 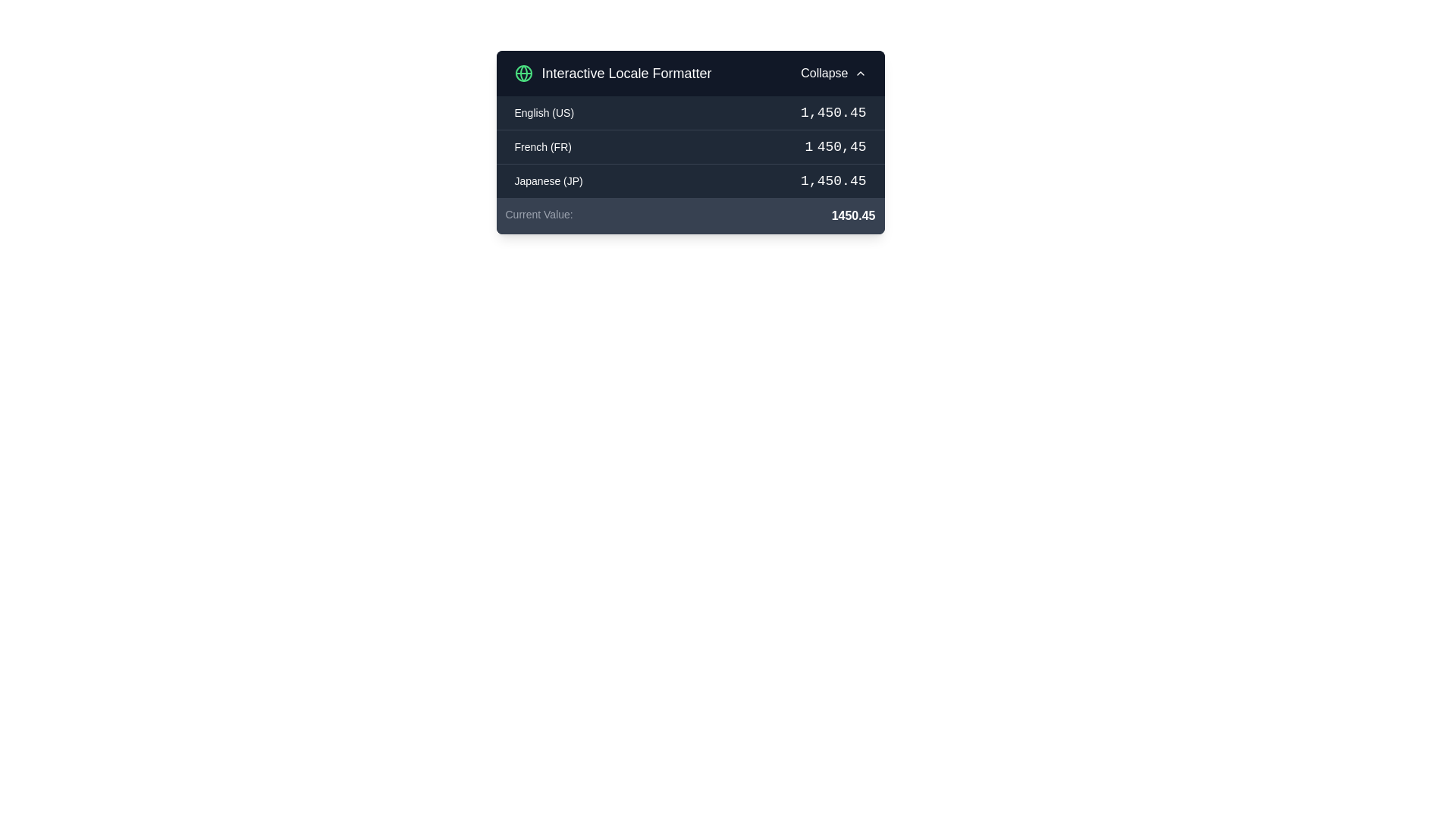 I want to click on the 'Collapse' button with an upward arrow icon located at the top-right corner of the 'Interactive Locale Formatter' component, so click(x=833, y=73).